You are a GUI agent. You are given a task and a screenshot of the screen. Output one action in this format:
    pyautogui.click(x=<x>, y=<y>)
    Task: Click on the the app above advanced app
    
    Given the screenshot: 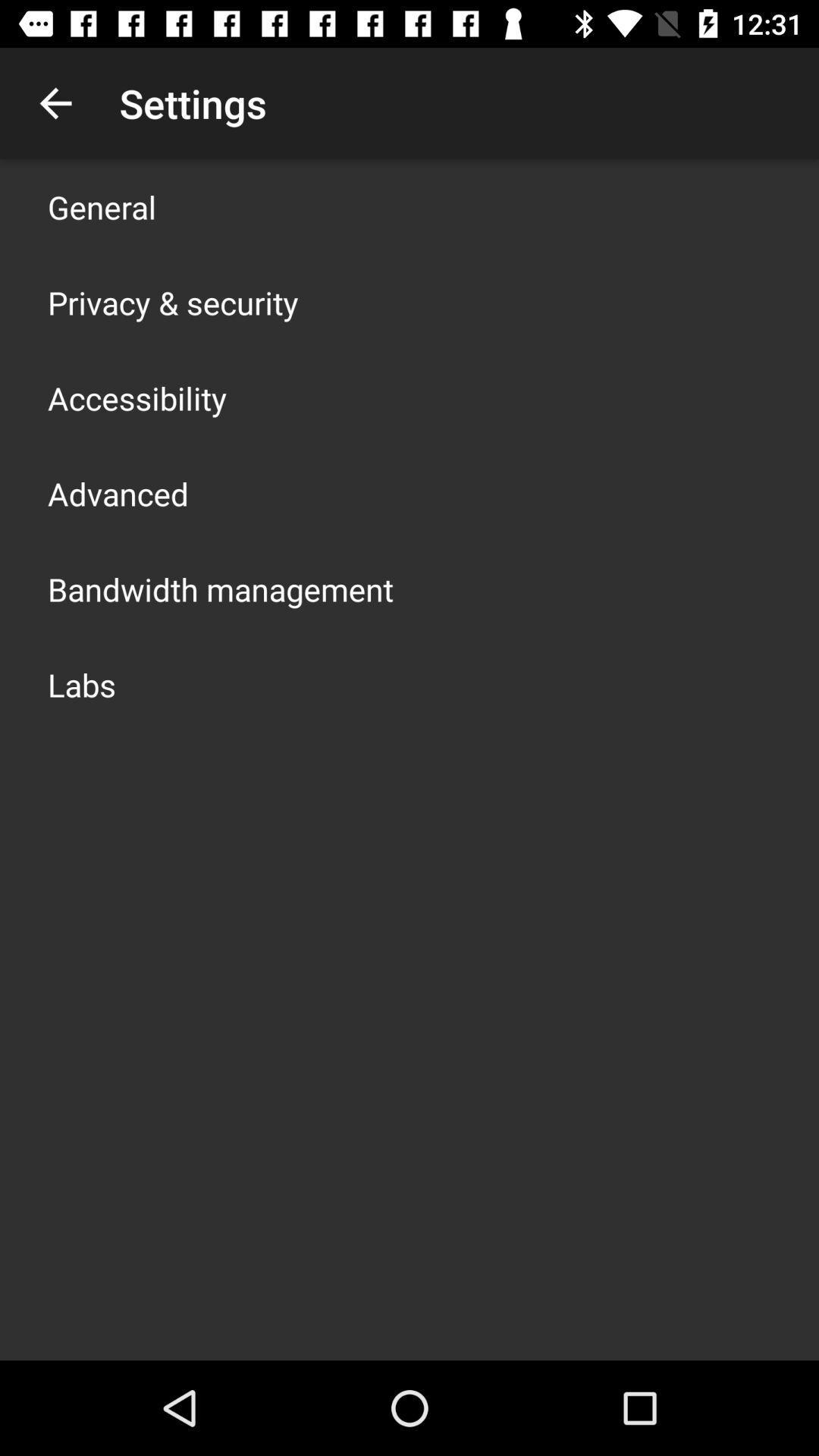 What is the action you would take?
    pyautogui.click(x=137, y=397)
    